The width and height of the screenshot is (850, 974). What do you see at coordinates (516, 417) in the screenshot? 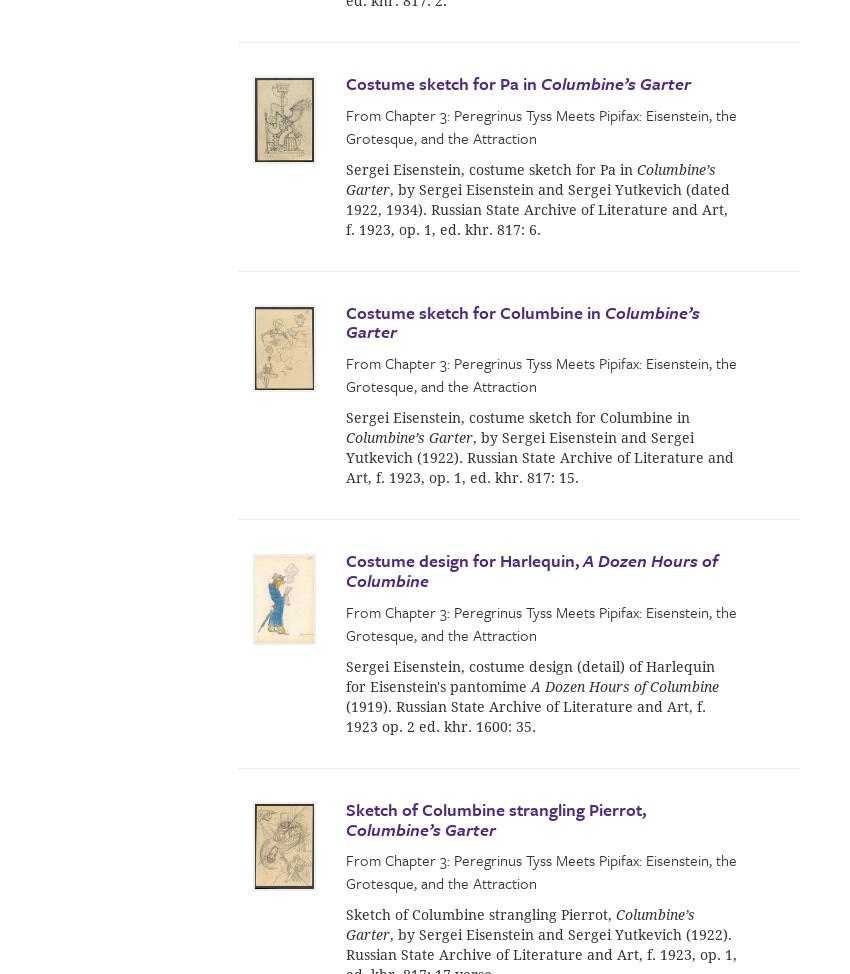
I see `'Sergei Eisenstein, costume sketch for Columbine in'` at bounding box center [516, 417].